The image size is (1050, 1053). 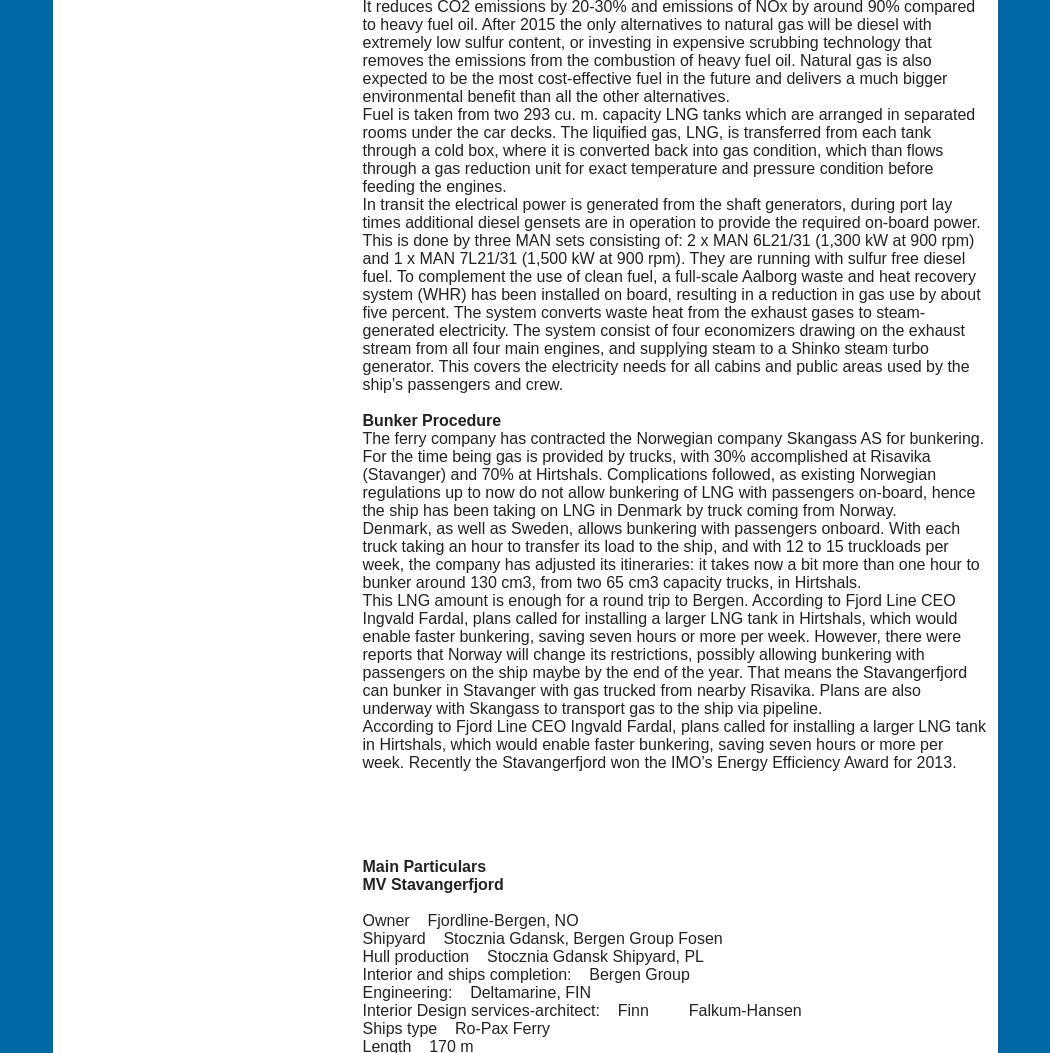 I want to click on 'Interior and ships completion:    Bergen Group', so click(x=525, y=973).